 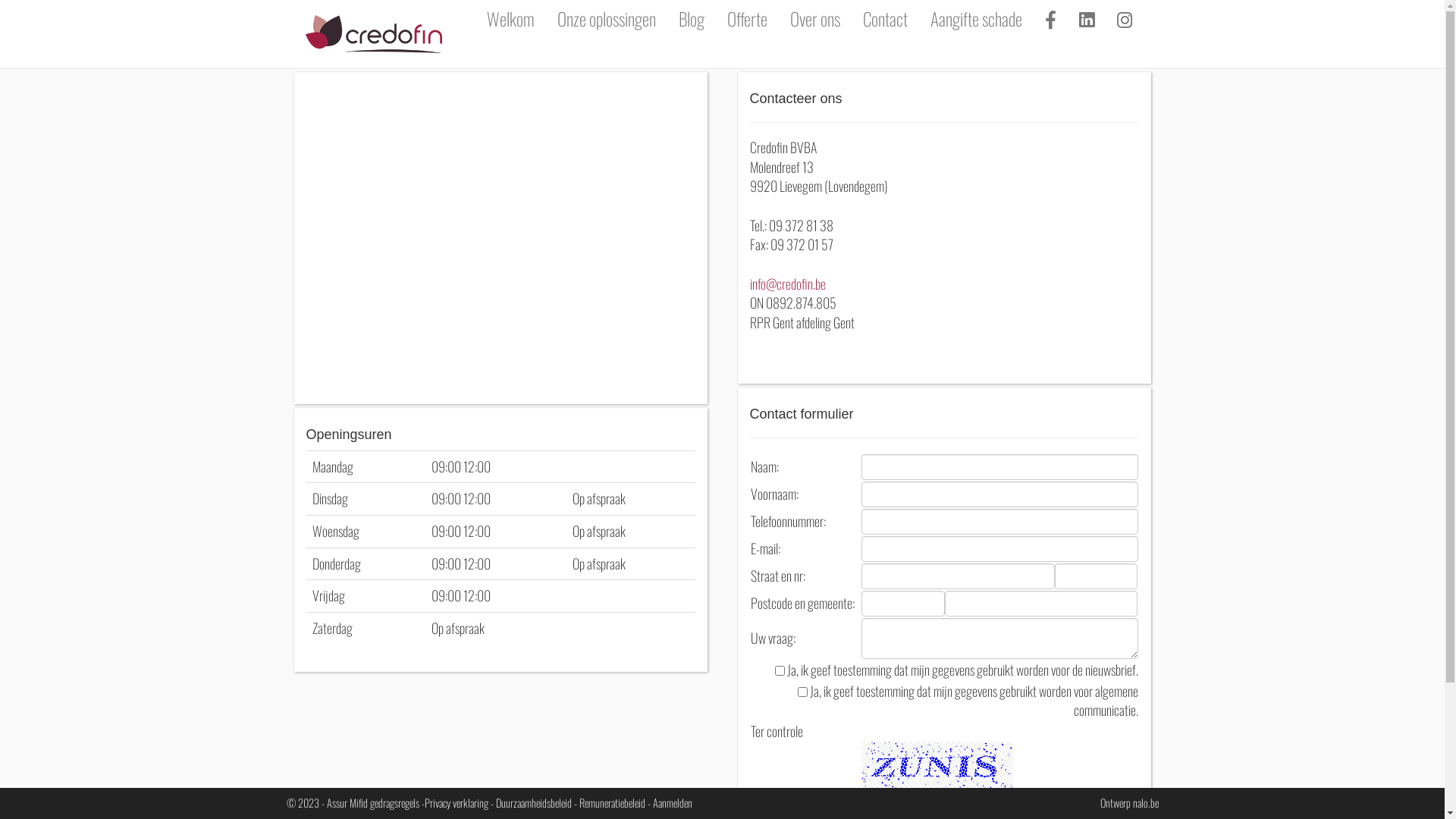 I want to click on 'Aanmelden', so click(x=671, y=802).